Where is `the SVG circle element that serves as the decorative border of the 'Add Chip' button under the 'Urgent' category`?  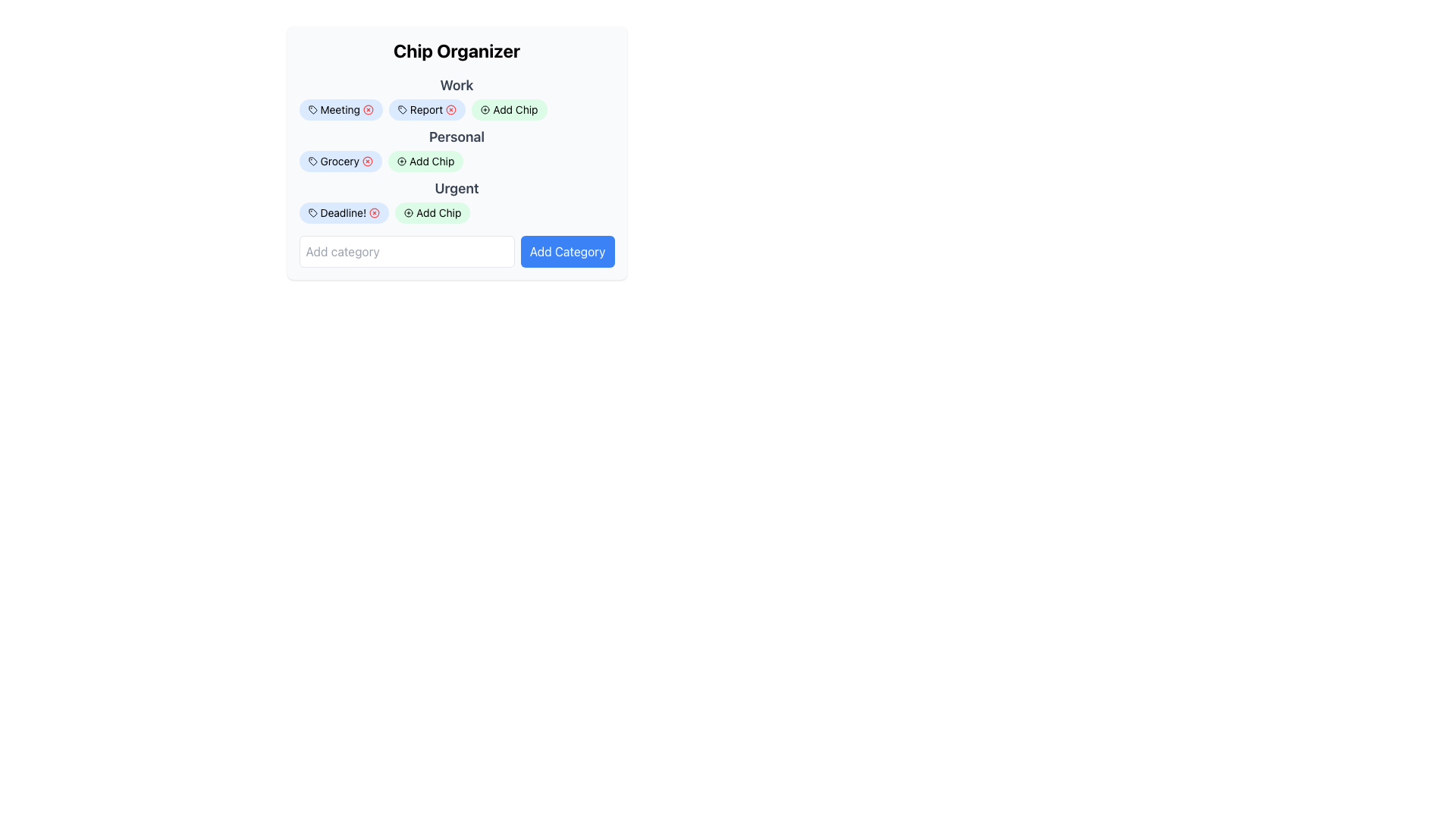 the SVG circle element that serves as the decorative border of the 'Add Chip' button under the 'Urgent' category is located at coordinates (409, 213).